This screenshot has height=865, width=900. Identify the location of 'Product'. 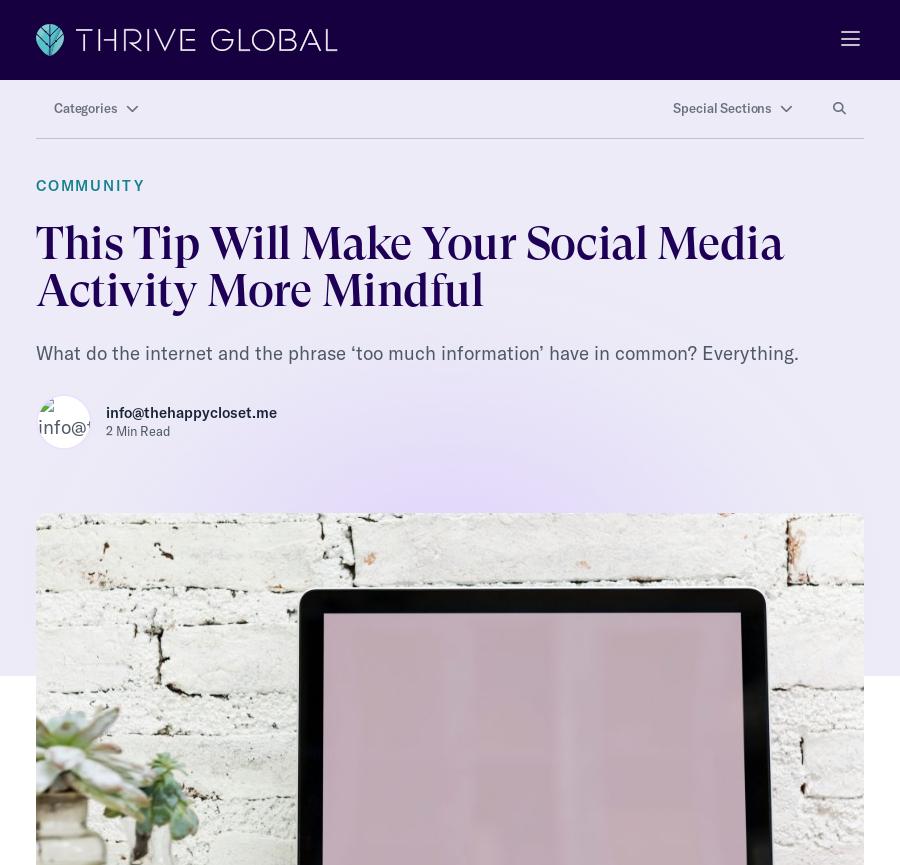
(63, 739).